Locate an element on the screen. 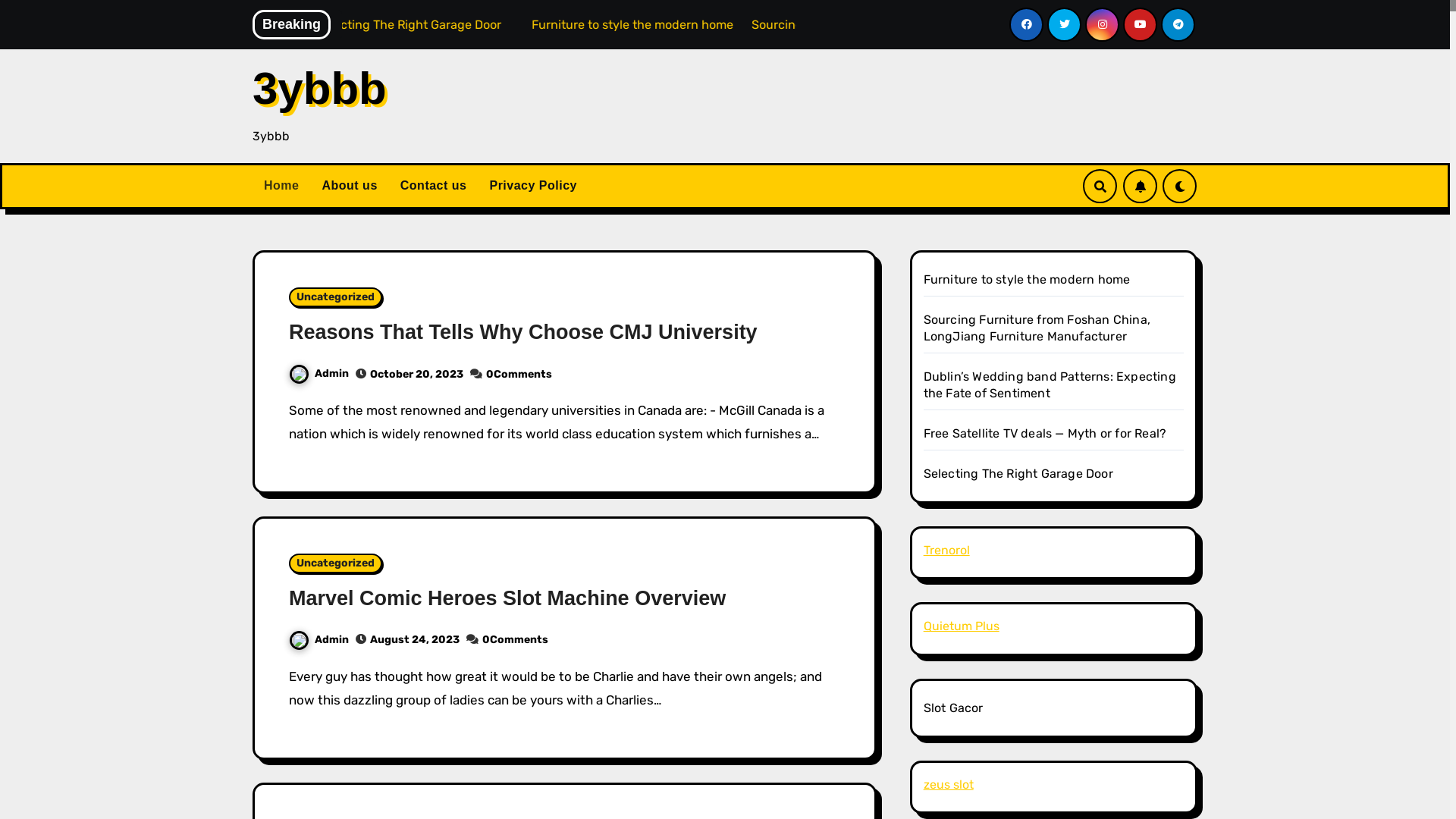 This screenshot has height=819, width=1456. 'Reasons That Tells Why Choose CMJ University' is located at coordinates (523, 331).